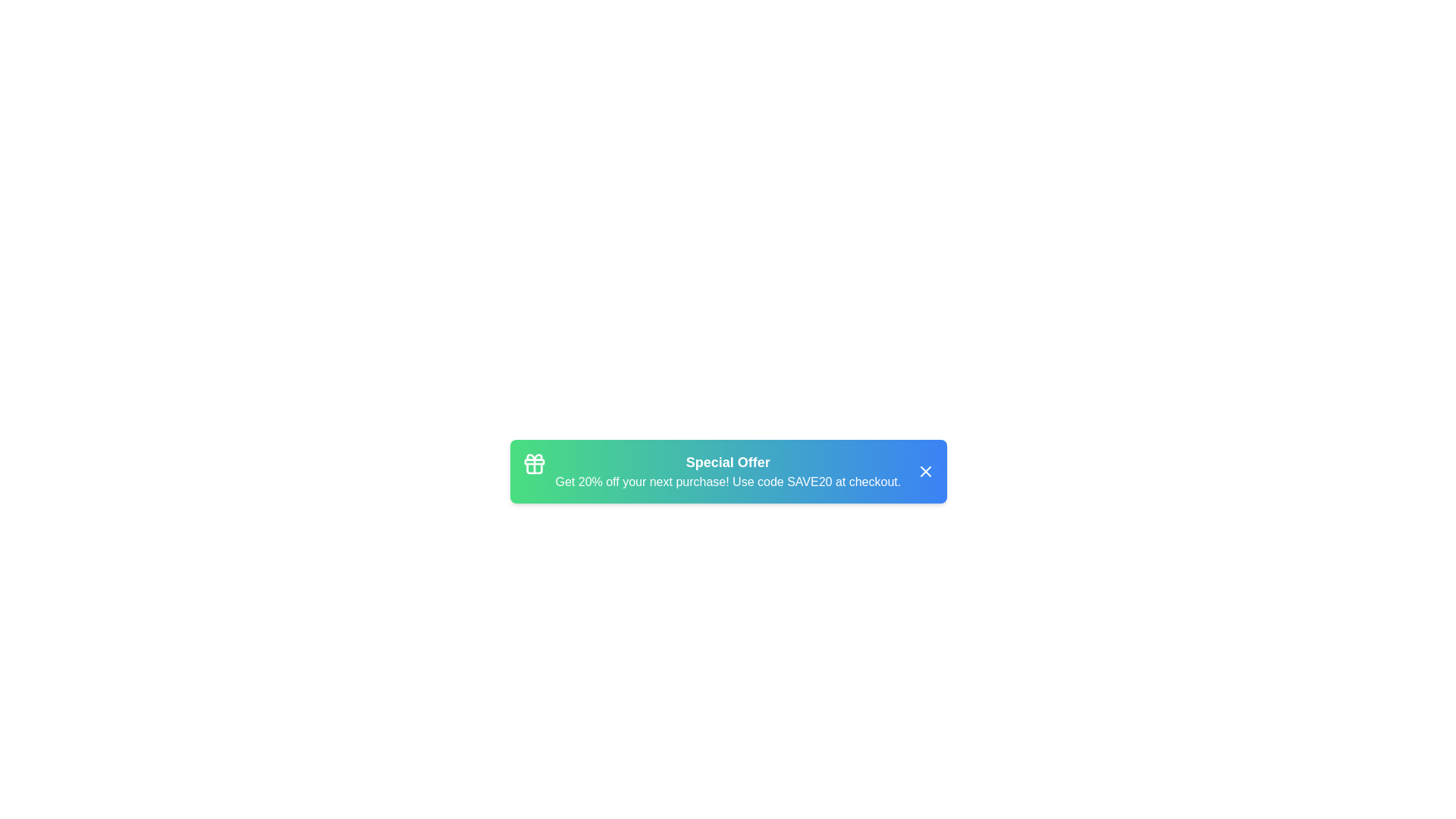 This screenshot has width=1456, height=819. Describe the element at coordinates (924, 470) in the screenshot. I see `close button (X icon) on the alert to dismiss it` at that location.